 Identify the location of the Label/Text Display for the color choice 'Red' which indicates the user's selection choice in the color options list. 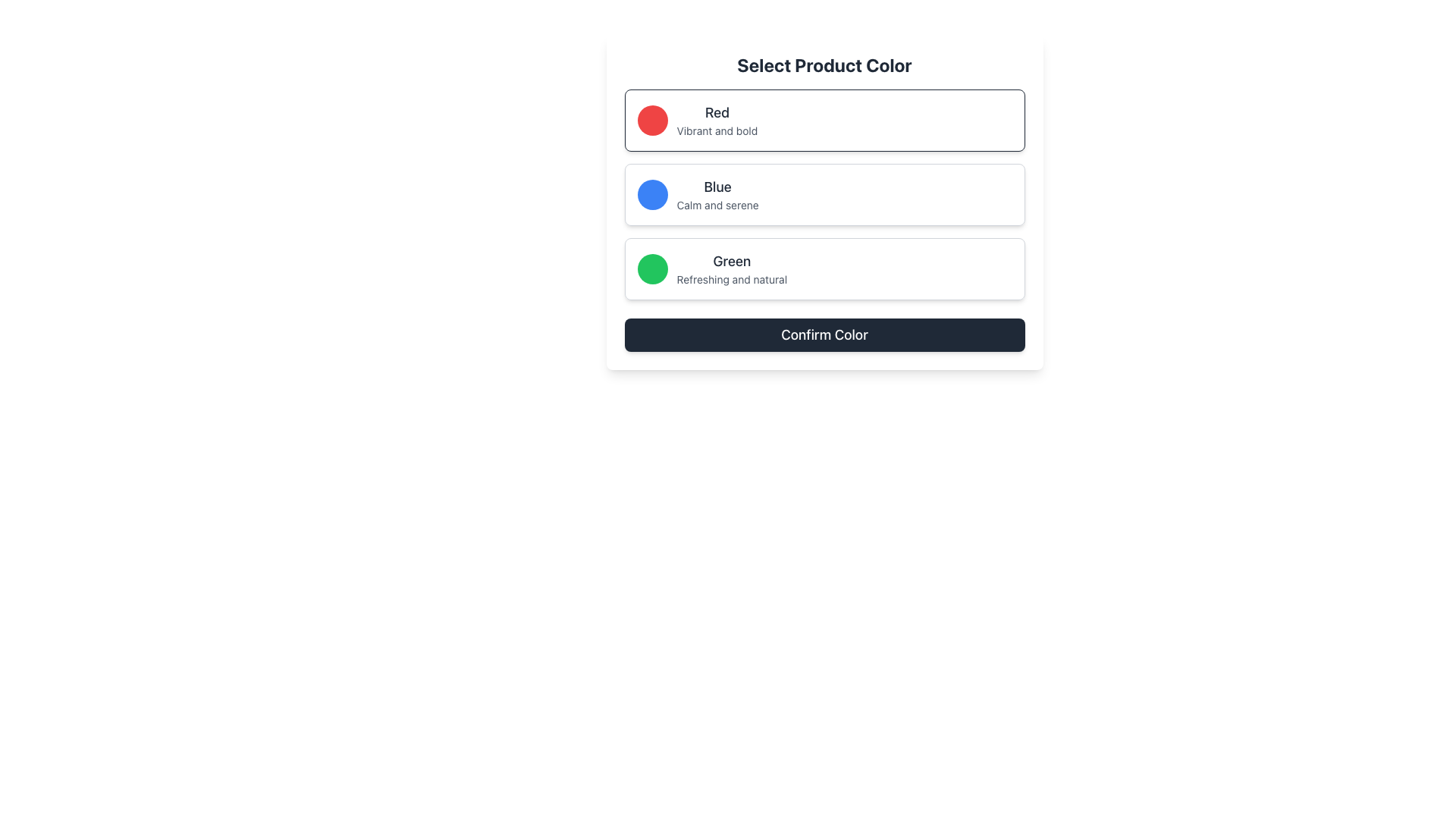
(716, 112).